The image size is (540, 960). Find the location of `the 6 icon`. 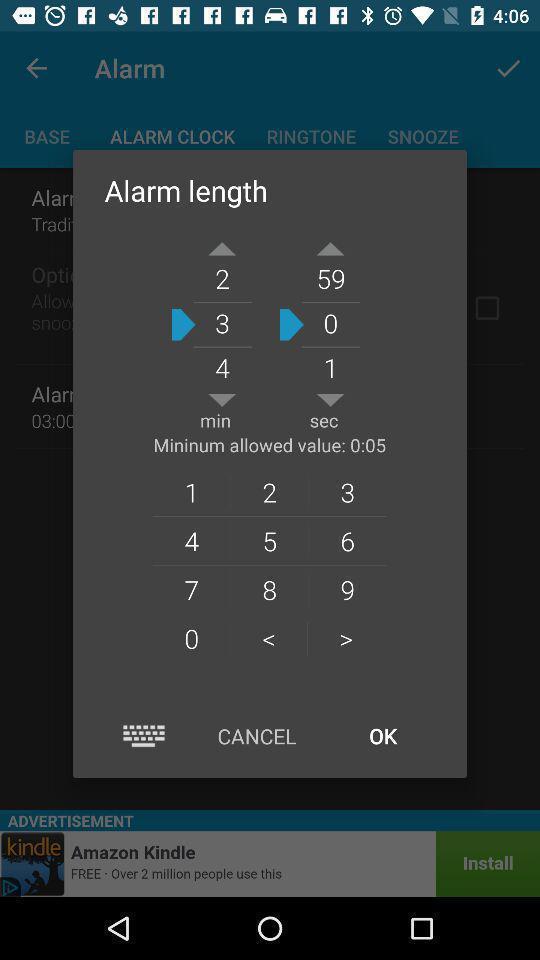

the 6 icon is located at coordinates (346, 539).